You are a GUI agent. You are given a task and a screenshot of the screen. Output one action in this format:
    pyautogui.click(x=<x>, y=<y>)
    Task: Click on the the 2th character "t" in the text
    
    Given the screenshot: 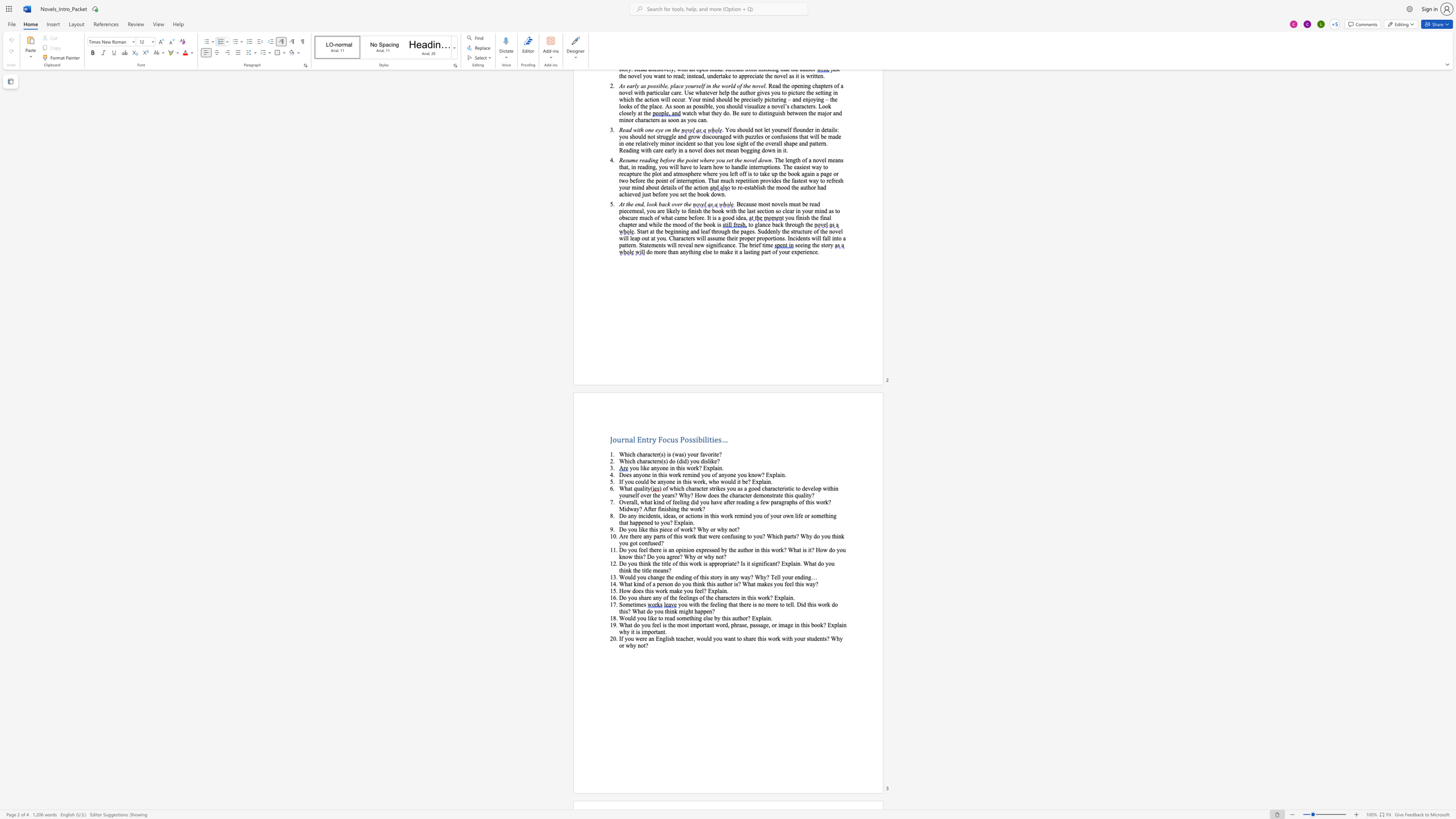 What is the action you would take?
    pyautogui.click(x=669, y=624)
    